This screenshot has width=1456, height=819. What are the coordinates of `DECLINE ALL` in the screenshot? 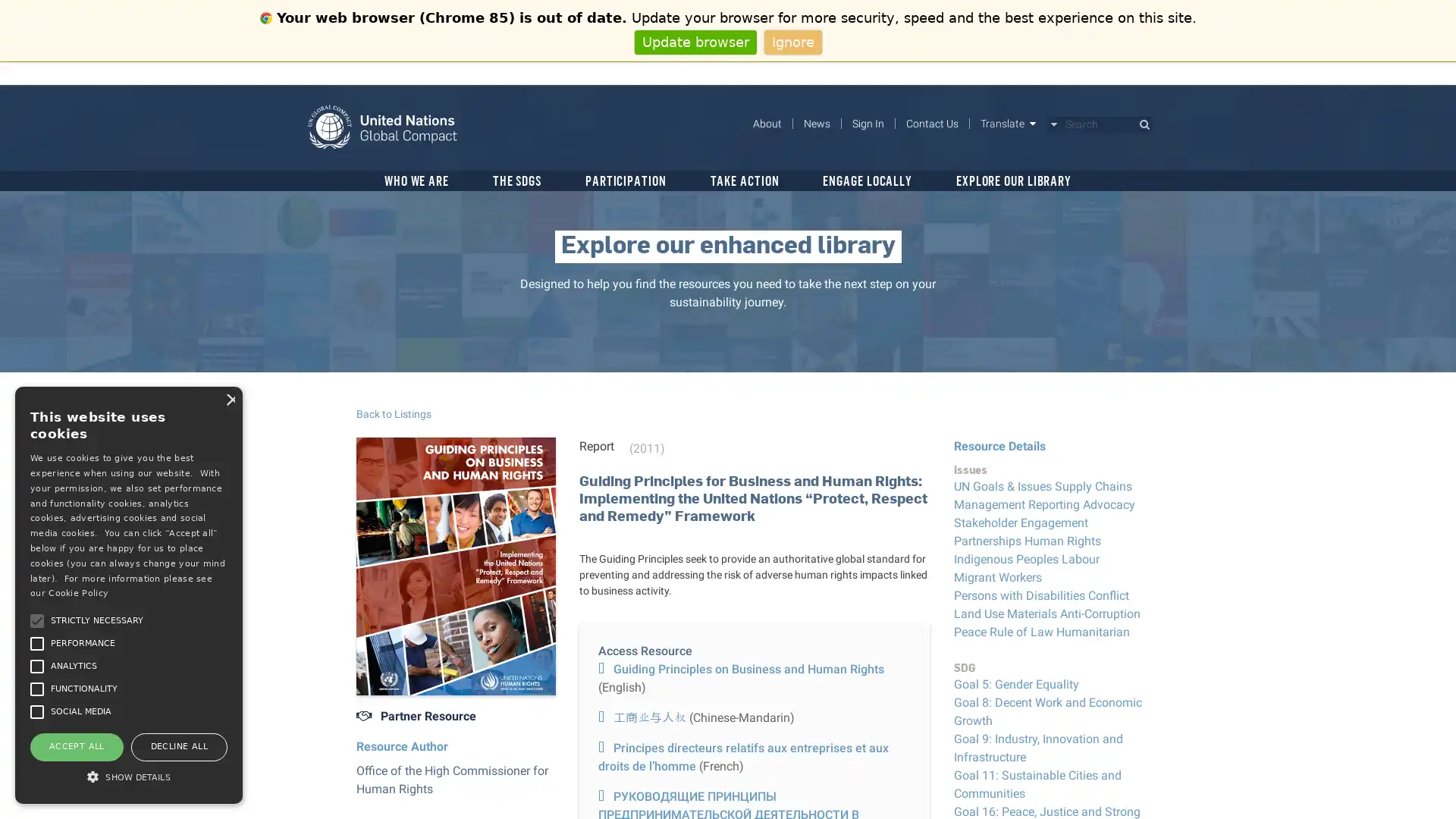 It's located at (178, 745).